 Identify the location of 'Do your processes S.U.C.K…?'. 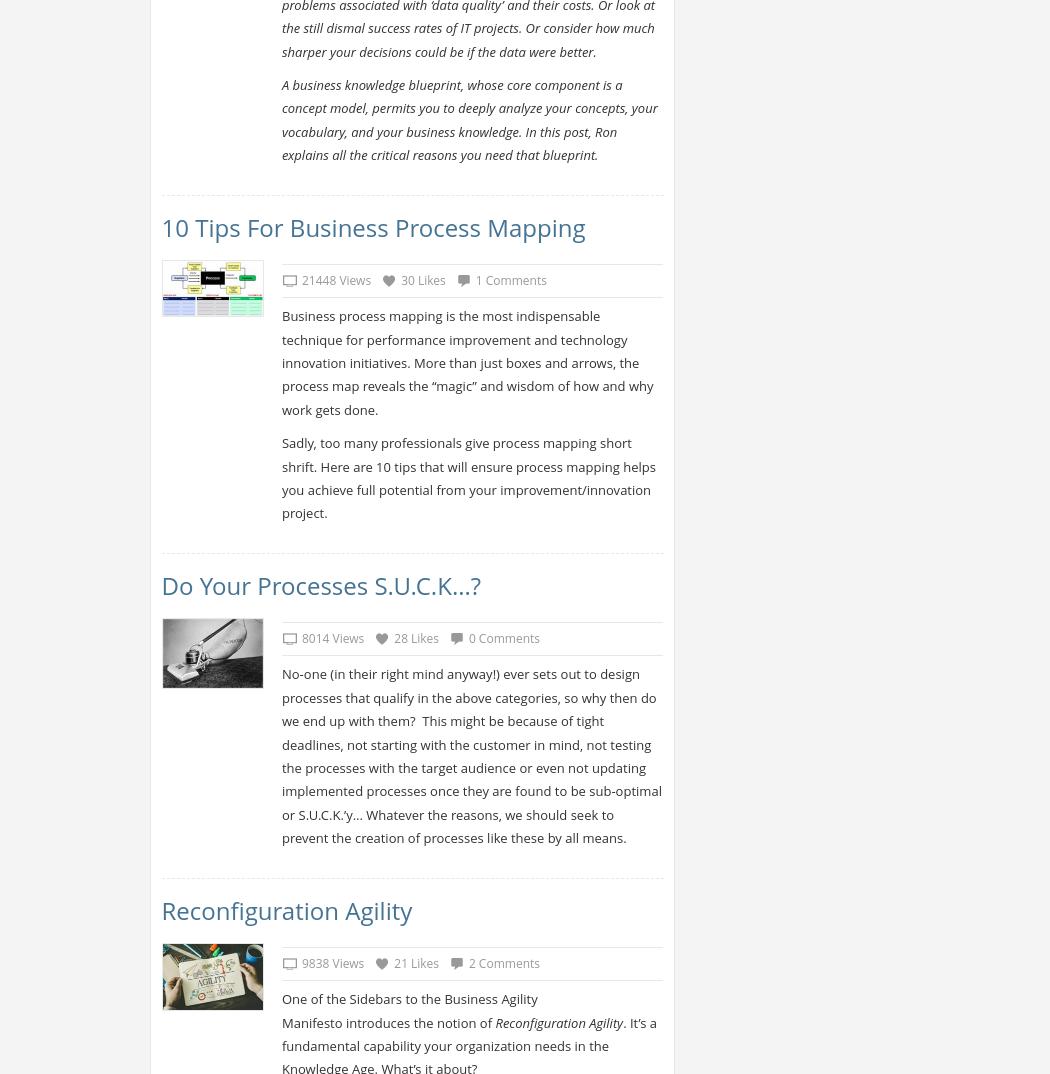
(320, 584).